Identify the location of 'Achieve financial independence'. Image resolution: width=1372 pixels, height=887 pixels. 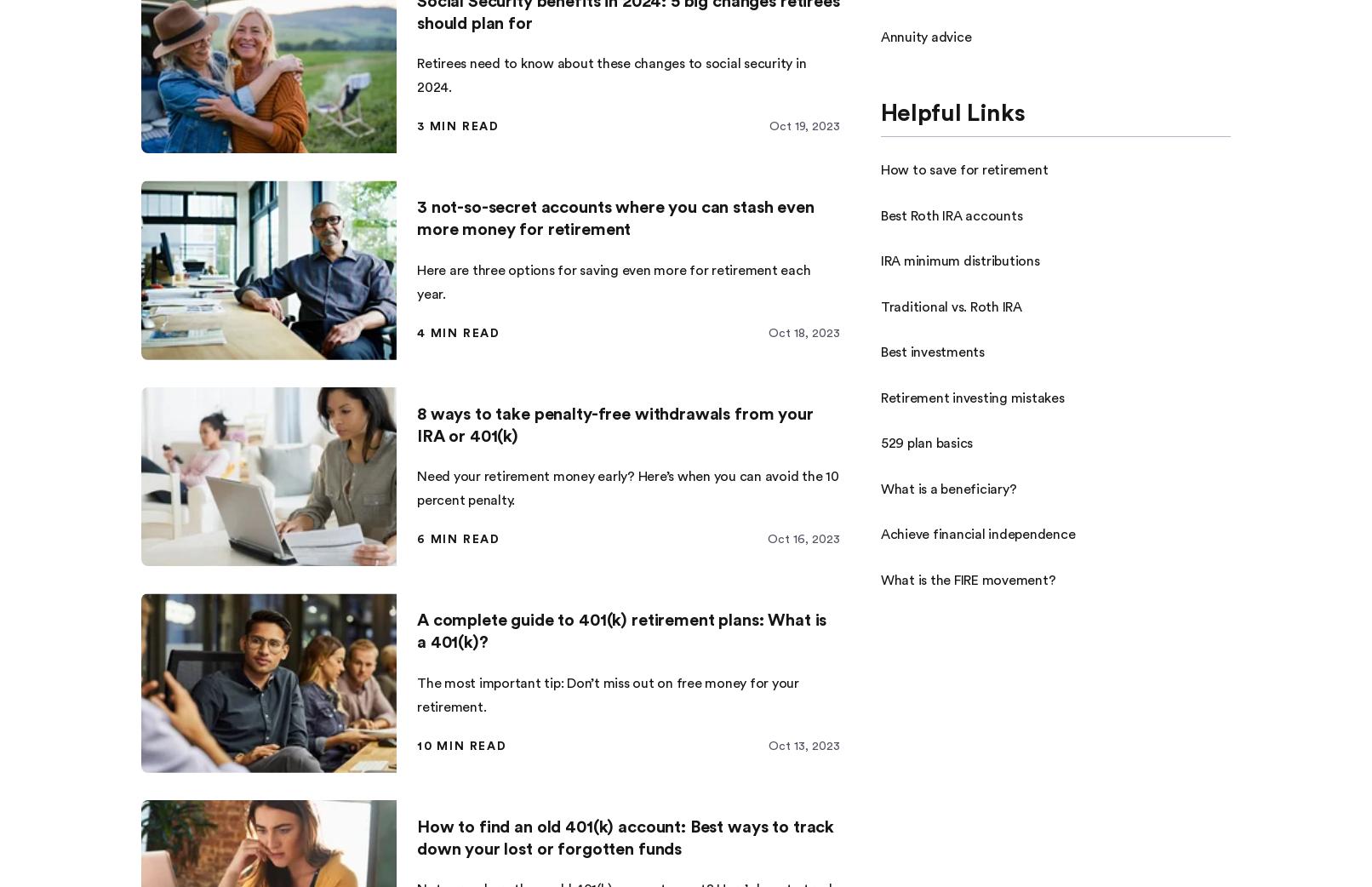
(976, 535).